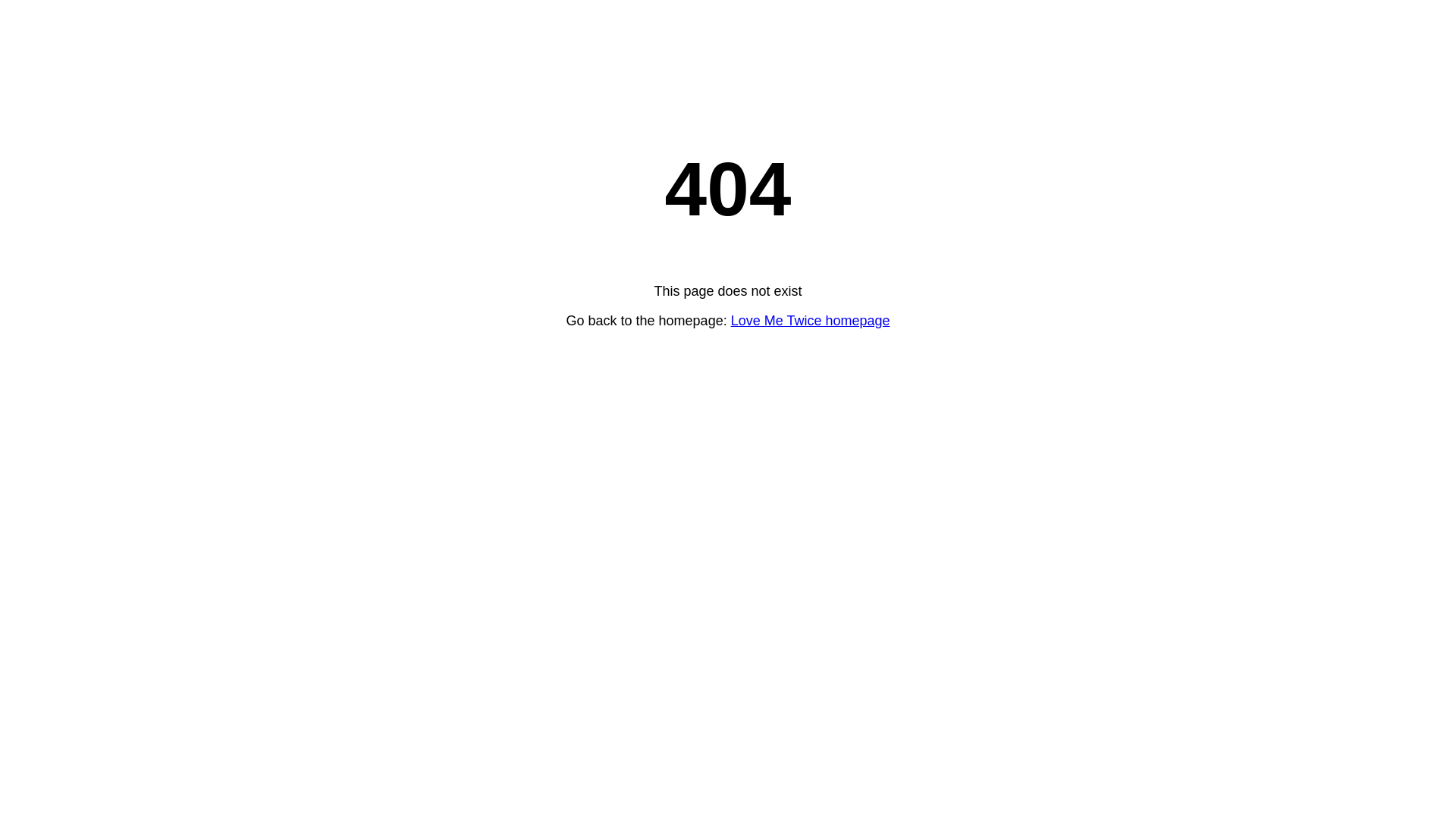 The height and width of the screenshot is (819, 1456). I want to click on 'Love Me Twice homepage', so click(810, 320).